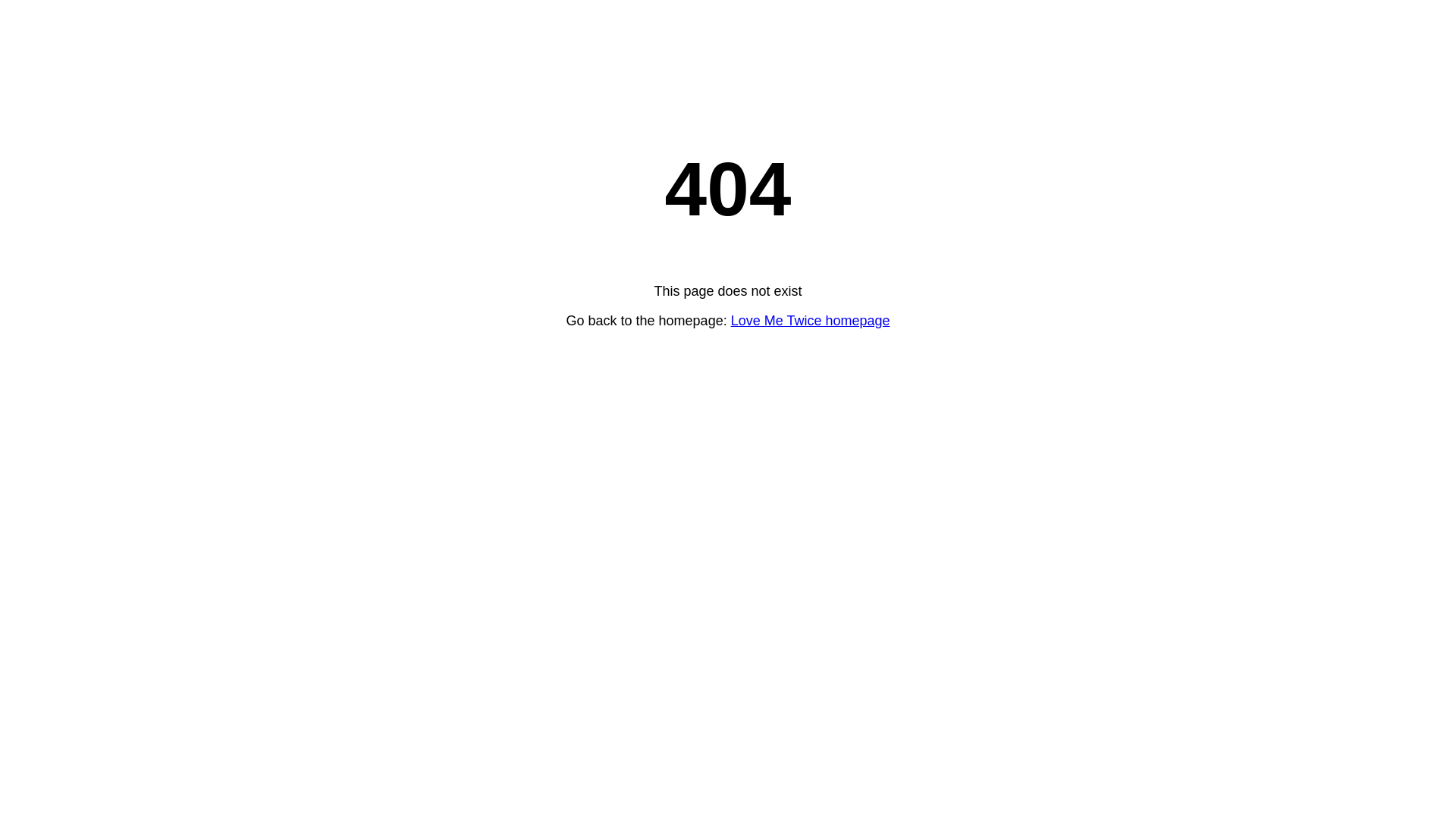 The height and width of the screenshot is (819, 1456). I want to click on 'Love Me Twice homepage', so click(810, 320).